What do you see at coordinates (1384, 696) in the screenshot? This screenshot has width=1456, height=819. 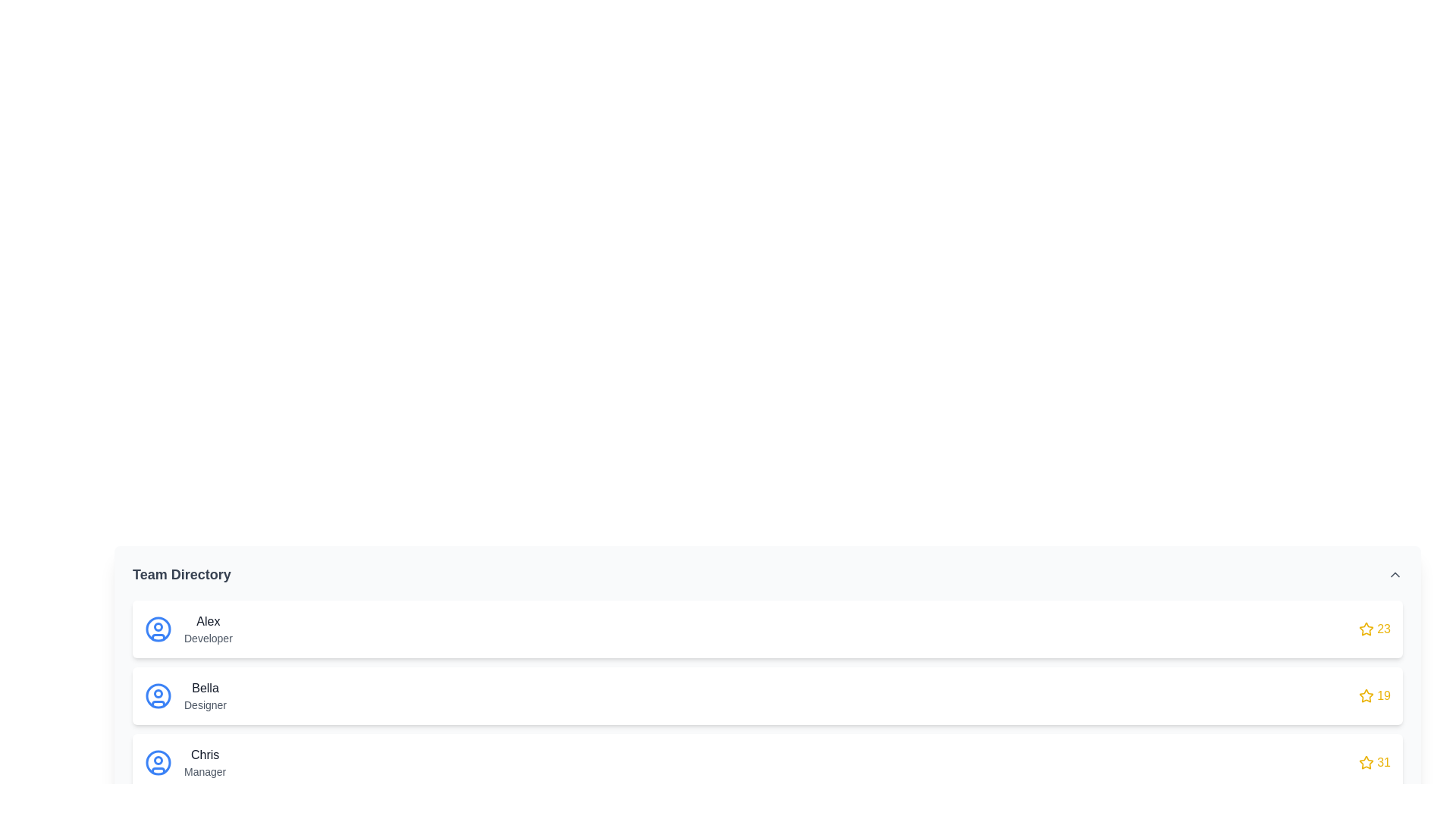 I see `the numeric display shown in bold yellow font, positioned to the right of the star icon, which is part of the list item identified by 'Bella'` at bounding box center [1384, 696].